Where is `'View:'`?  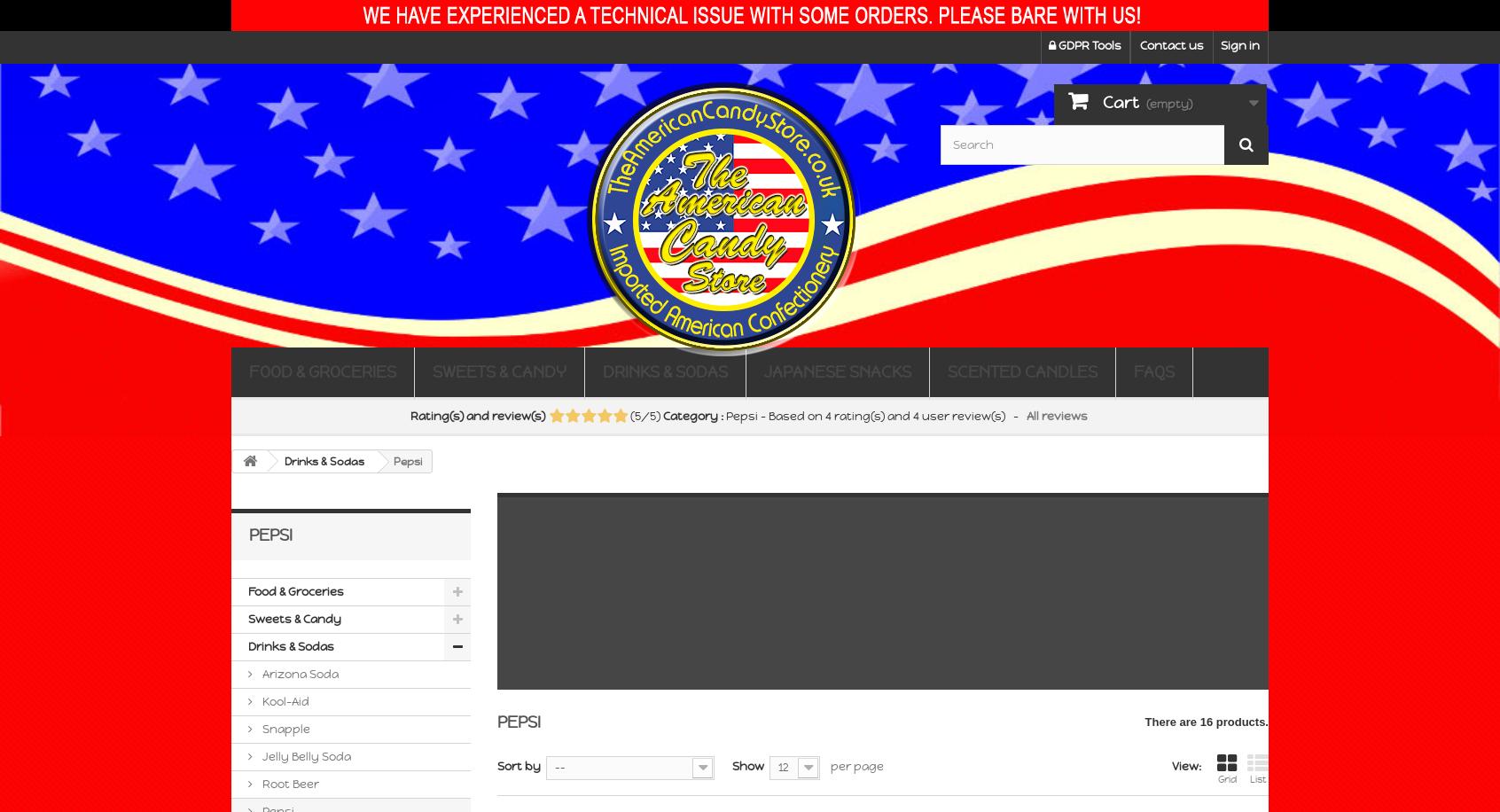 'View:' is located at coordinates (1185, 765).